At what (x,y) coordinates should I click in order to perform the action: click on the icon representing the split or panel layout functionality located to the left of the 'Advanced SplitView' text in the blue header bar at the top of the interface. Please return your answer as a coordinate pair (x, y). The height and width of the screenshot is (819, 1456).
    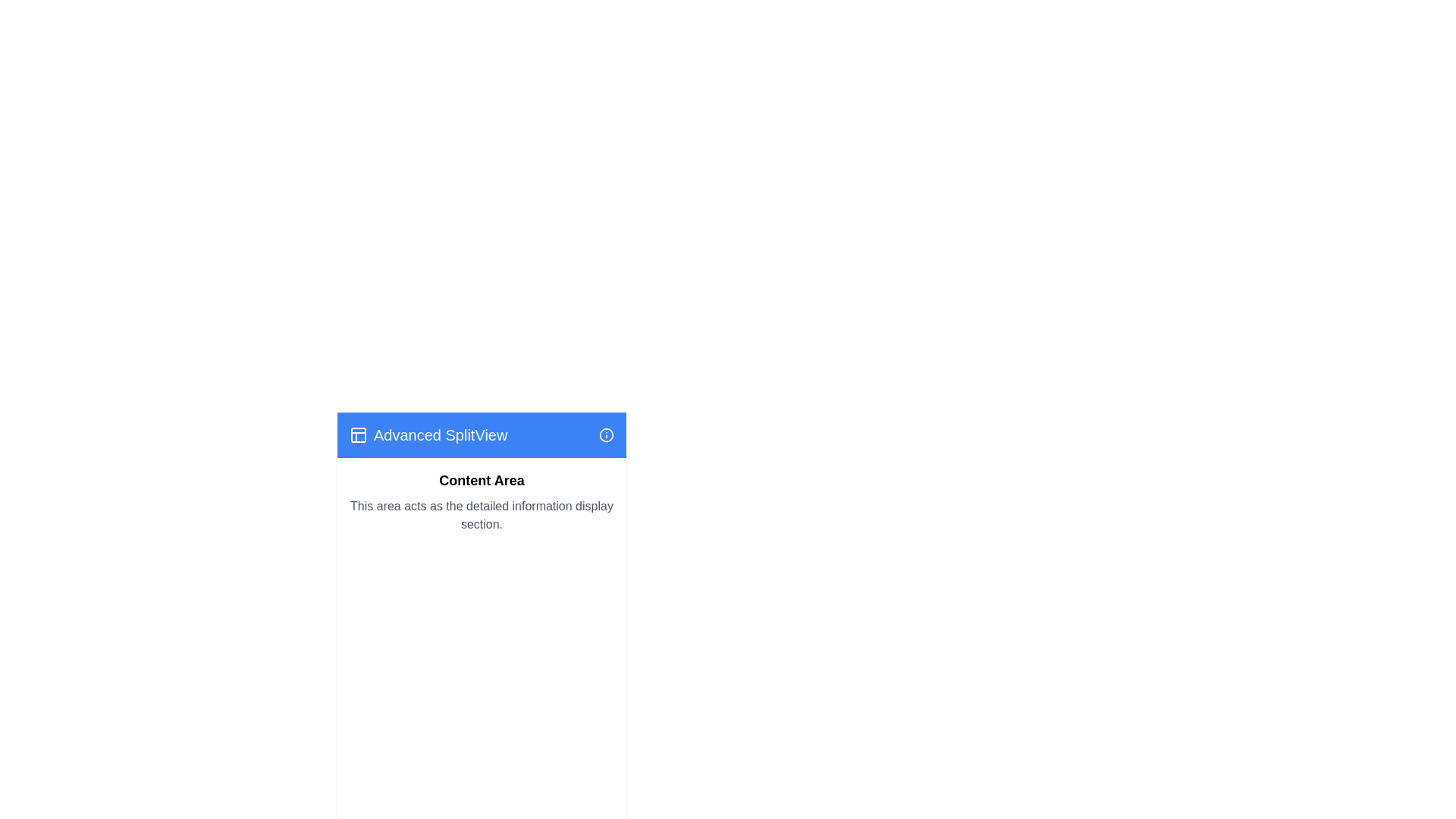
    Looking at the image, I should click on (358, 435).